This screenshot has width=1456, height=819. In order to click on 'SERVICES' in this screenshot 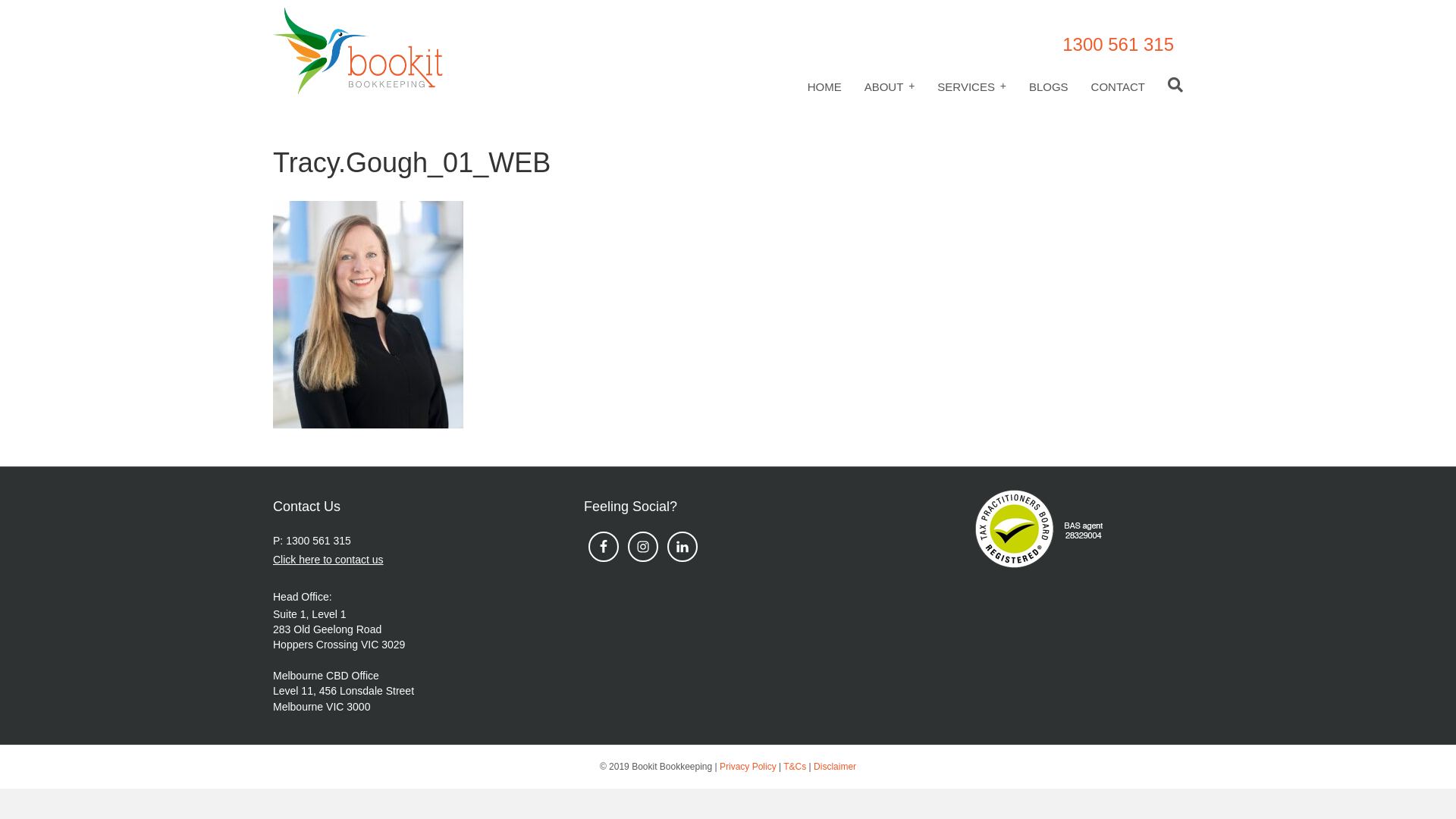, I will do `click(971, 86)`.